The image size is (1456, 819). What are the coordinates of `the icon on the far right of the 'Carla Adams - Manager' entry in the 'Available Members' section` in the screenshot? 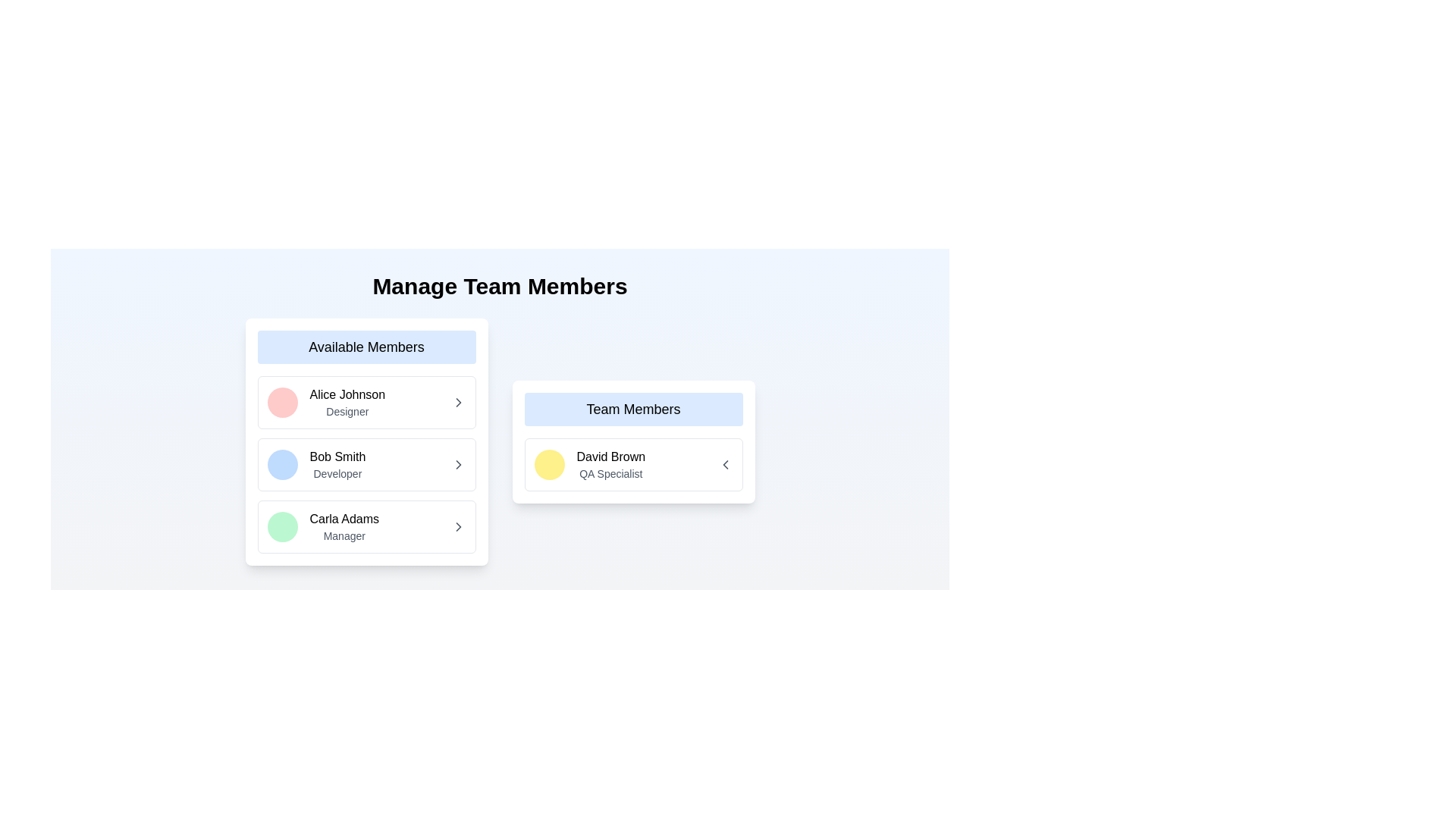 It's located at (457, 526).